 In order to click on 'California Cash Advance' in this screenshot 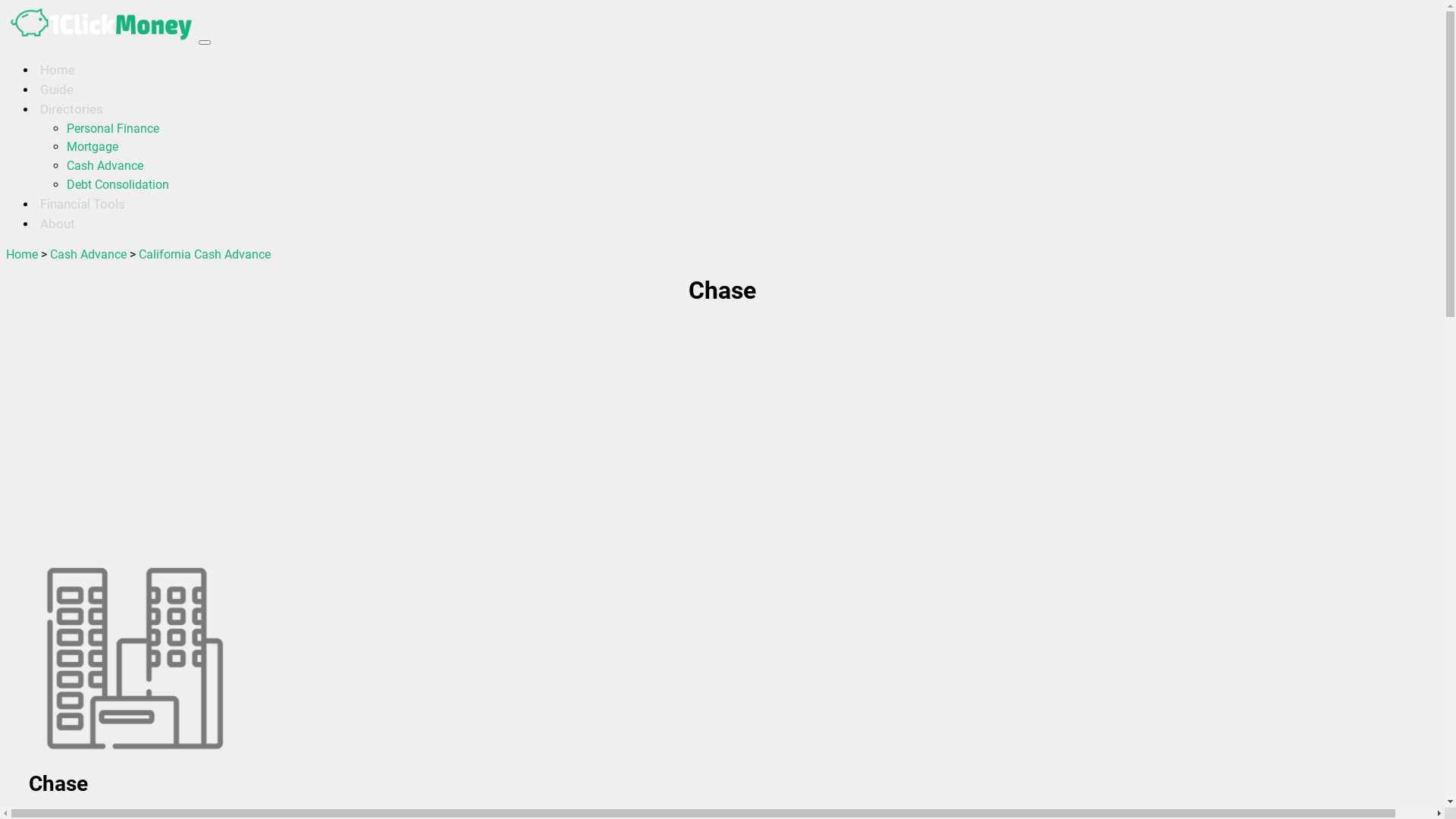, I will do `click(138, 253)`.